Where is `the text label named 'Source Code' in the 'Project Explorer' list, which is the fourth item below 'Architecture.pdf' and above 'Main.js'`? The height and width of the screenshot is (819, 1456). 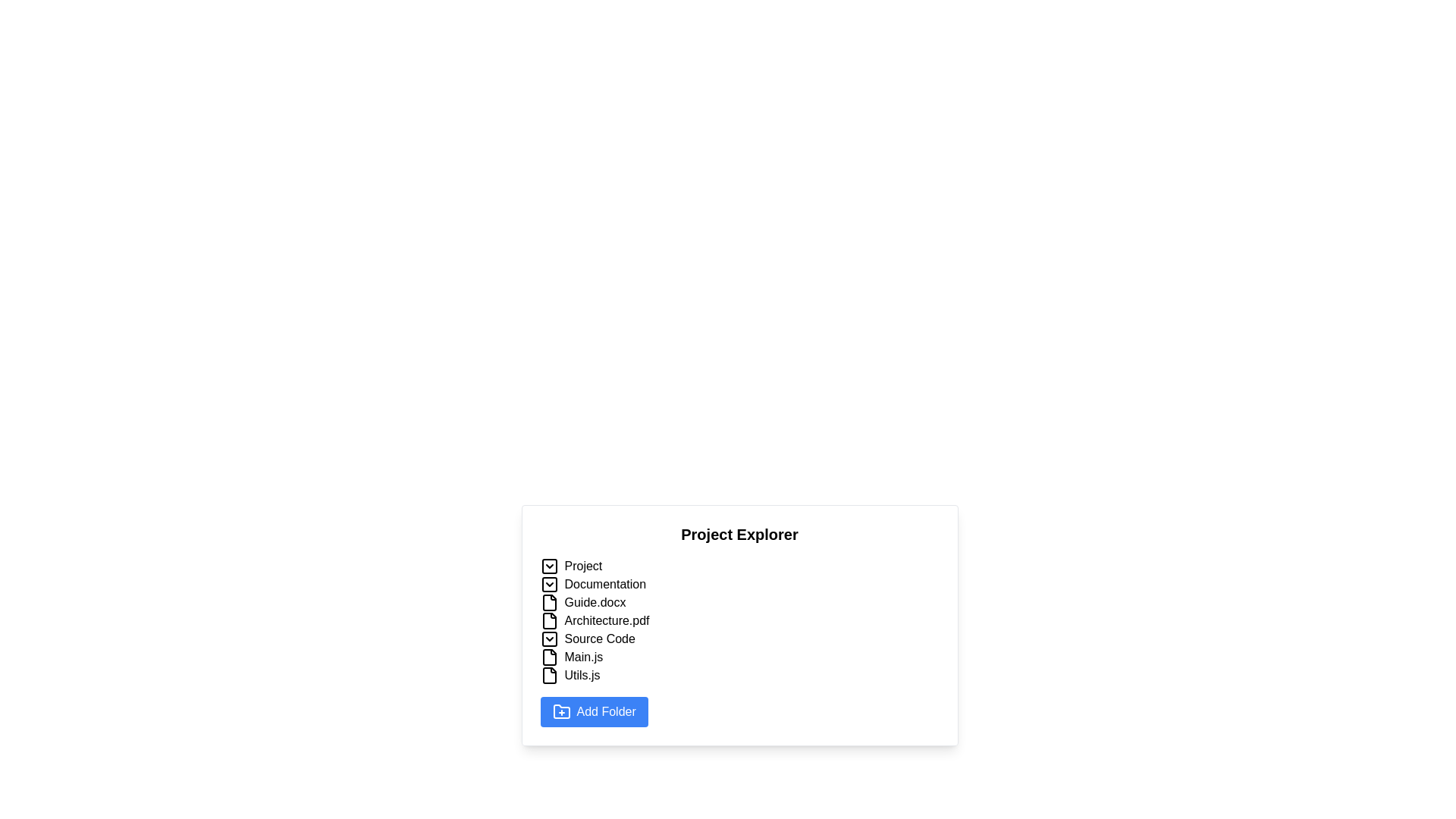
the text label named 'Source Code' in the 'Project Explorer' list, which is the fourth item below 'Architecture.pdf' and above 'Main.js' is located at coordinates (599, 639).